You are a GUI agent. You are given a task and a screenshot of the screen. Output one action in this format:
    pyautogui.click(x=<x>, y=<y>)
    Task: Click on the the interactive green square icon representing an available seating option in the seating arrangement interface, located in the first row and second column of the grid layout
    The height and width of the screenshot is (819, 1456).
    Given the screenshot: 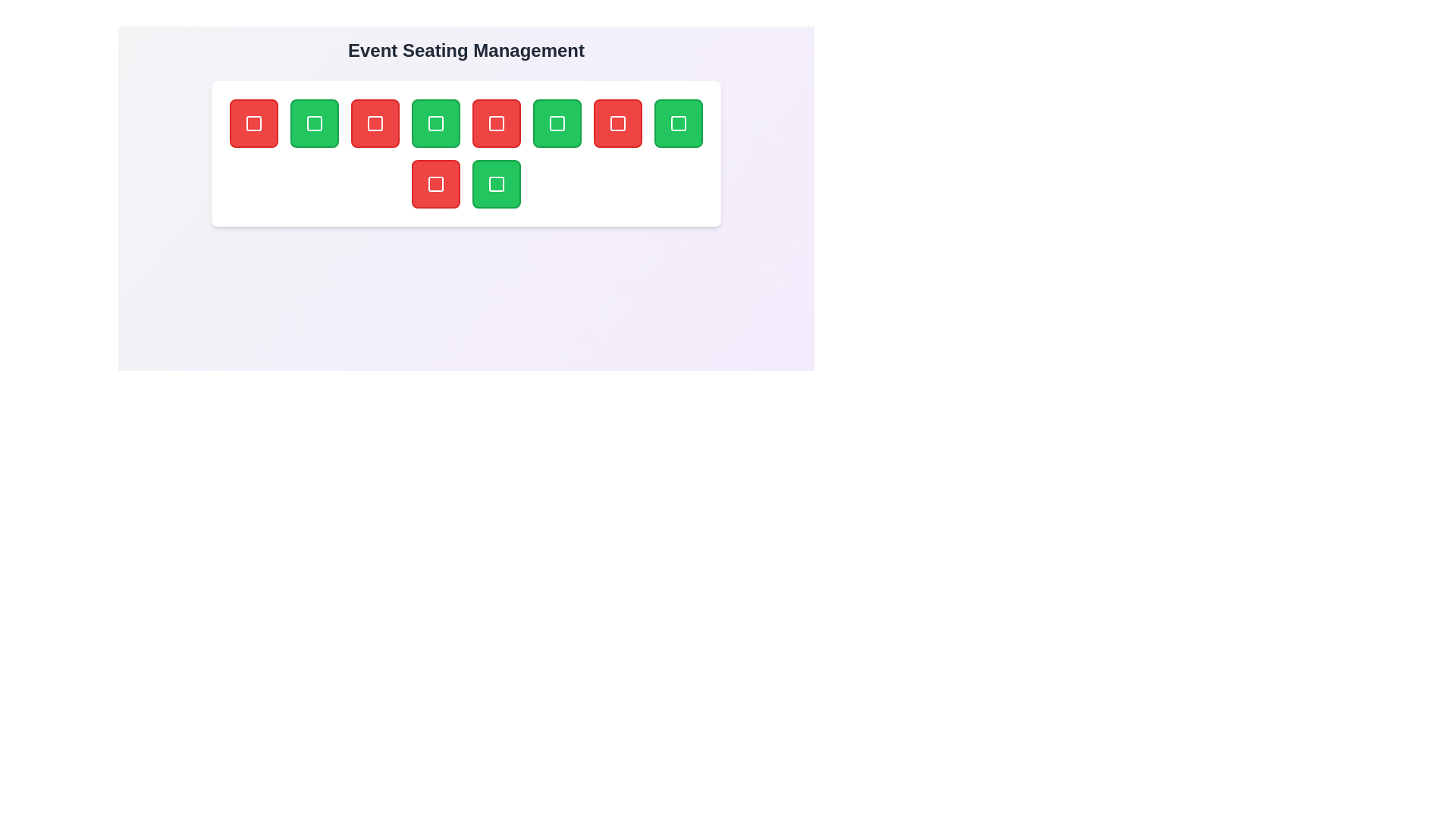 What is the action you would take?
    pyautogui.click(x=313, y=122)
    